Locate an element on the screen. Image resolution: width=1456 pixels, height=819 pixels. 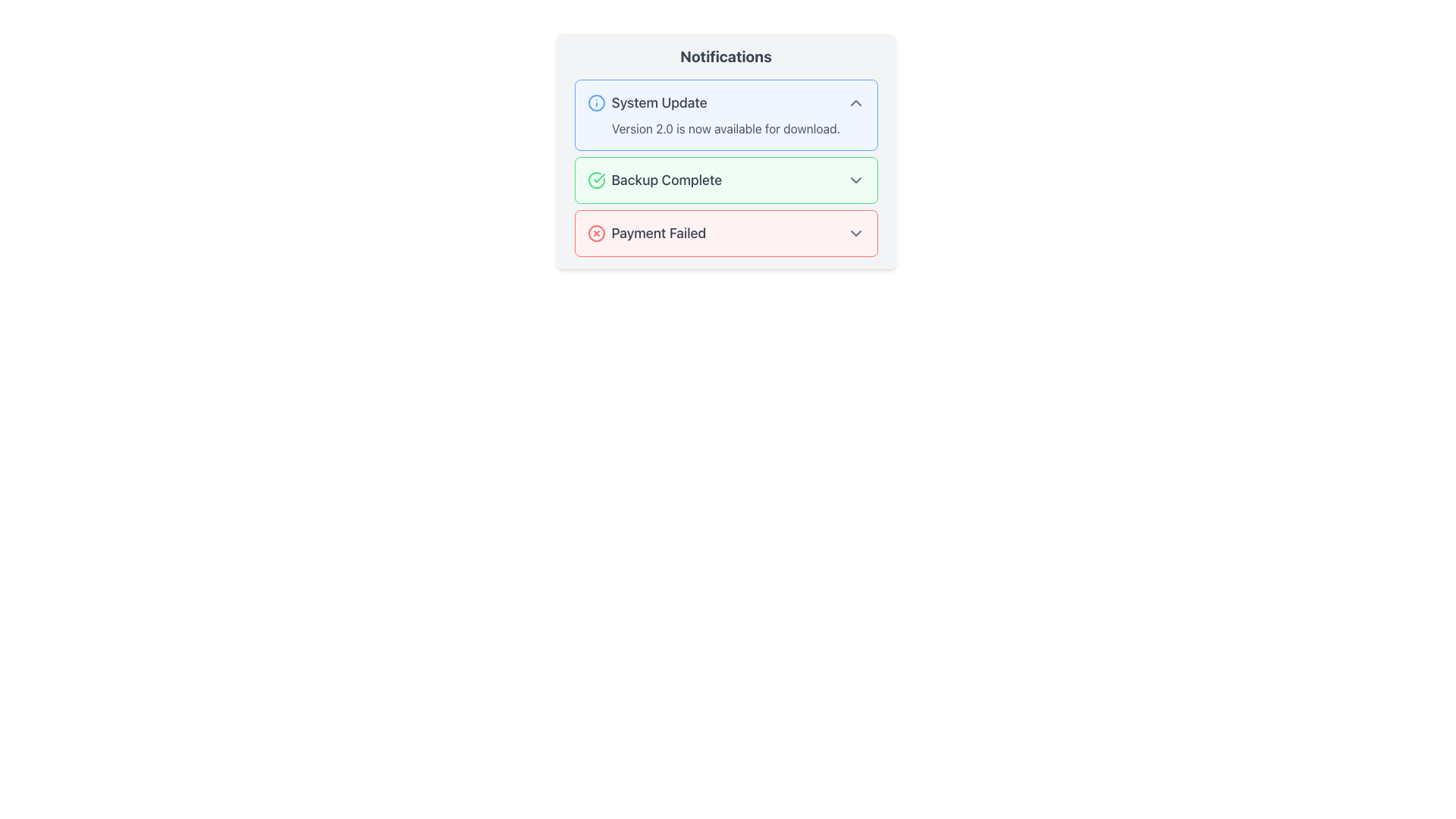
the 'Payment Failed' text label which is styled with medium-weight gray text and has a red circular icon with an 'X' to its left, located in the third notification item of a vertically stacked list is located at coordinates (646, 234).